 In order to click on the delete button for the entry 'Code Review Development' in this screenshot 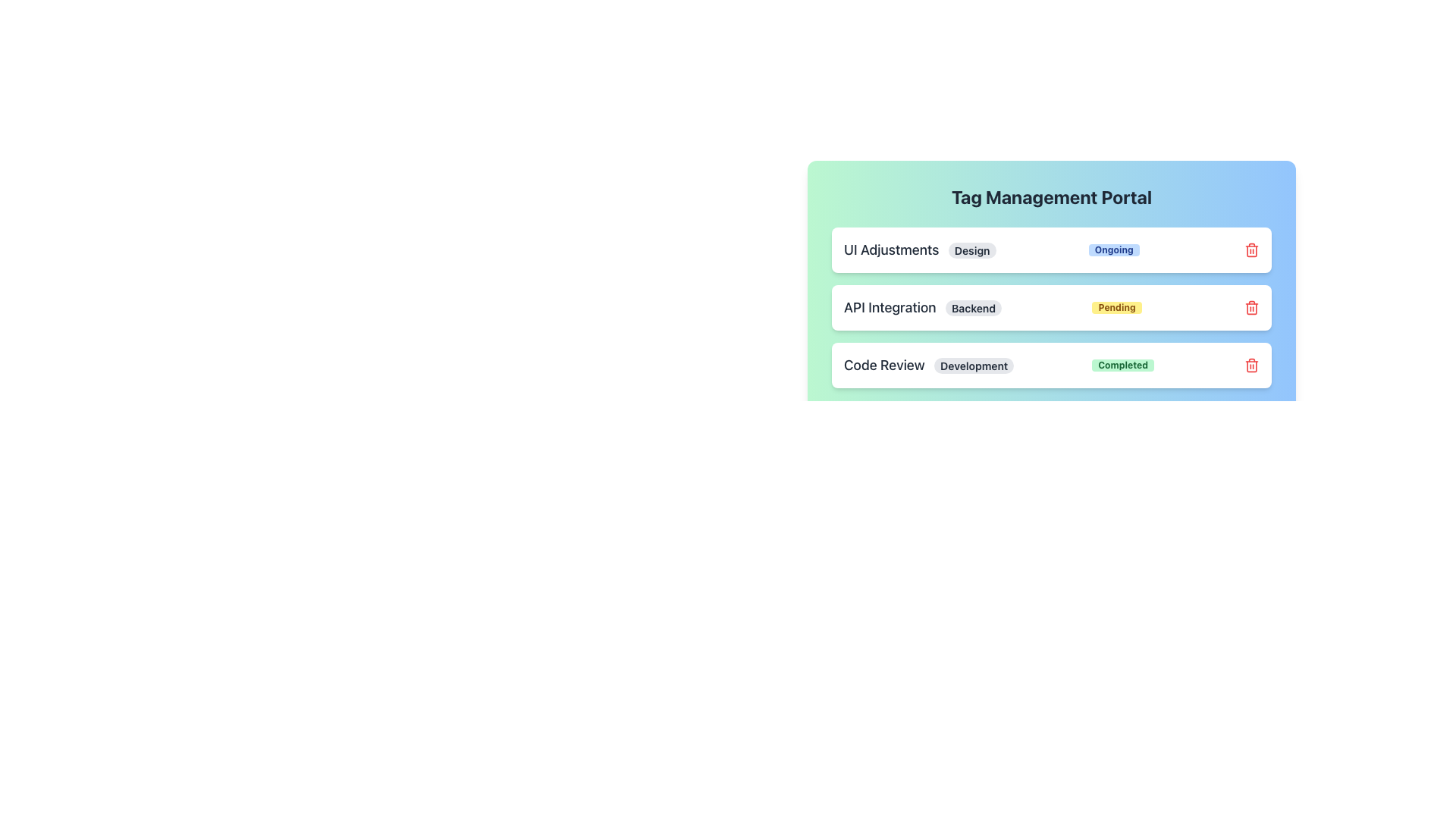, I will do `click(1252, 366)`.